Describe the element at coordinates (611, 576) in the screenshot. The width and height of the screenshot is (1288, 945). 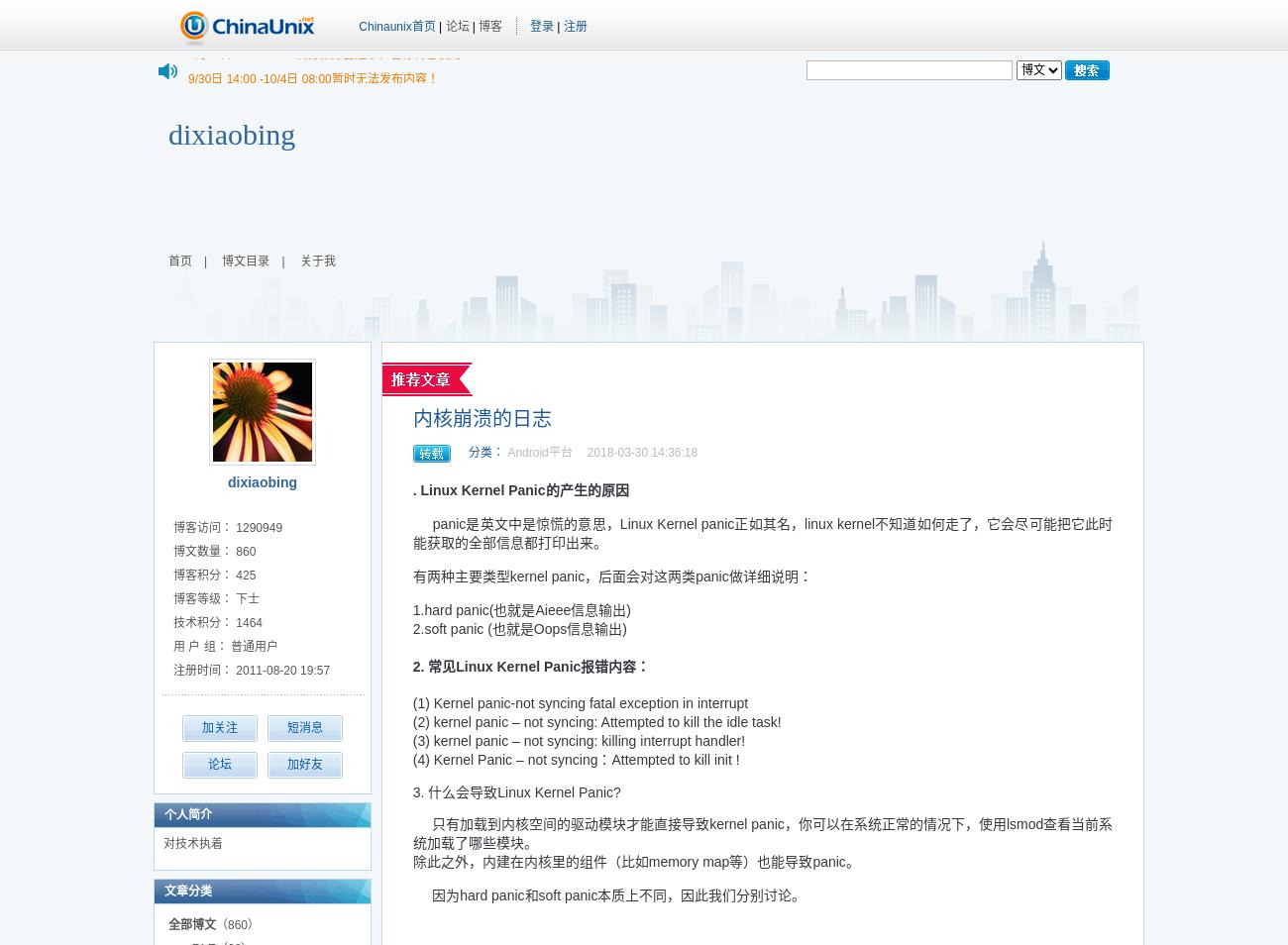
I see `'有两种主要类型kernel panic，后面会对这两类panic做详细说明：'` at that location.